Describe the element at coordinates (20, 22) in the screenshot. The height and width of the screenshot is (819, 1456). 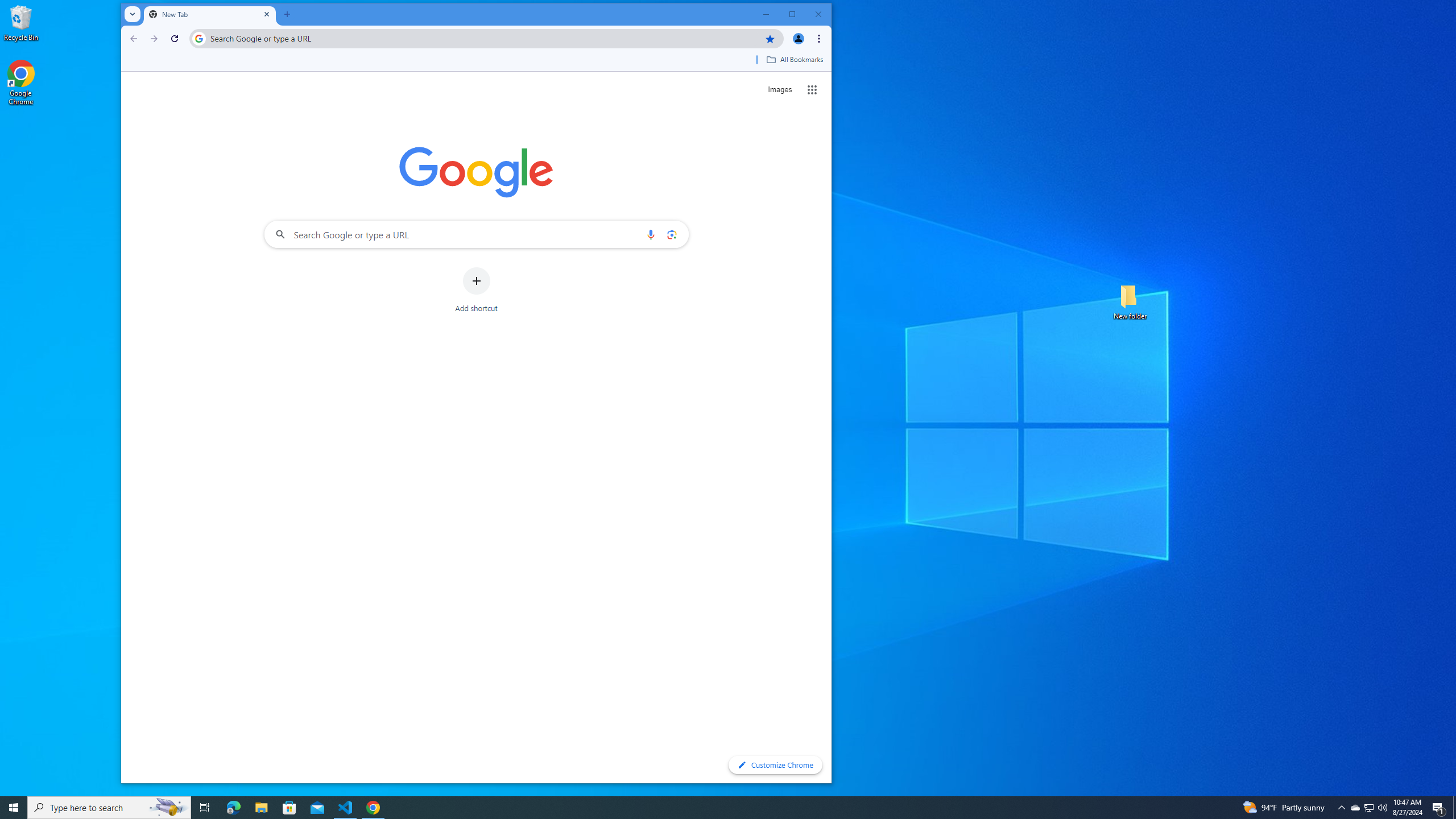
I see `'Recycle Bin'` at that location.